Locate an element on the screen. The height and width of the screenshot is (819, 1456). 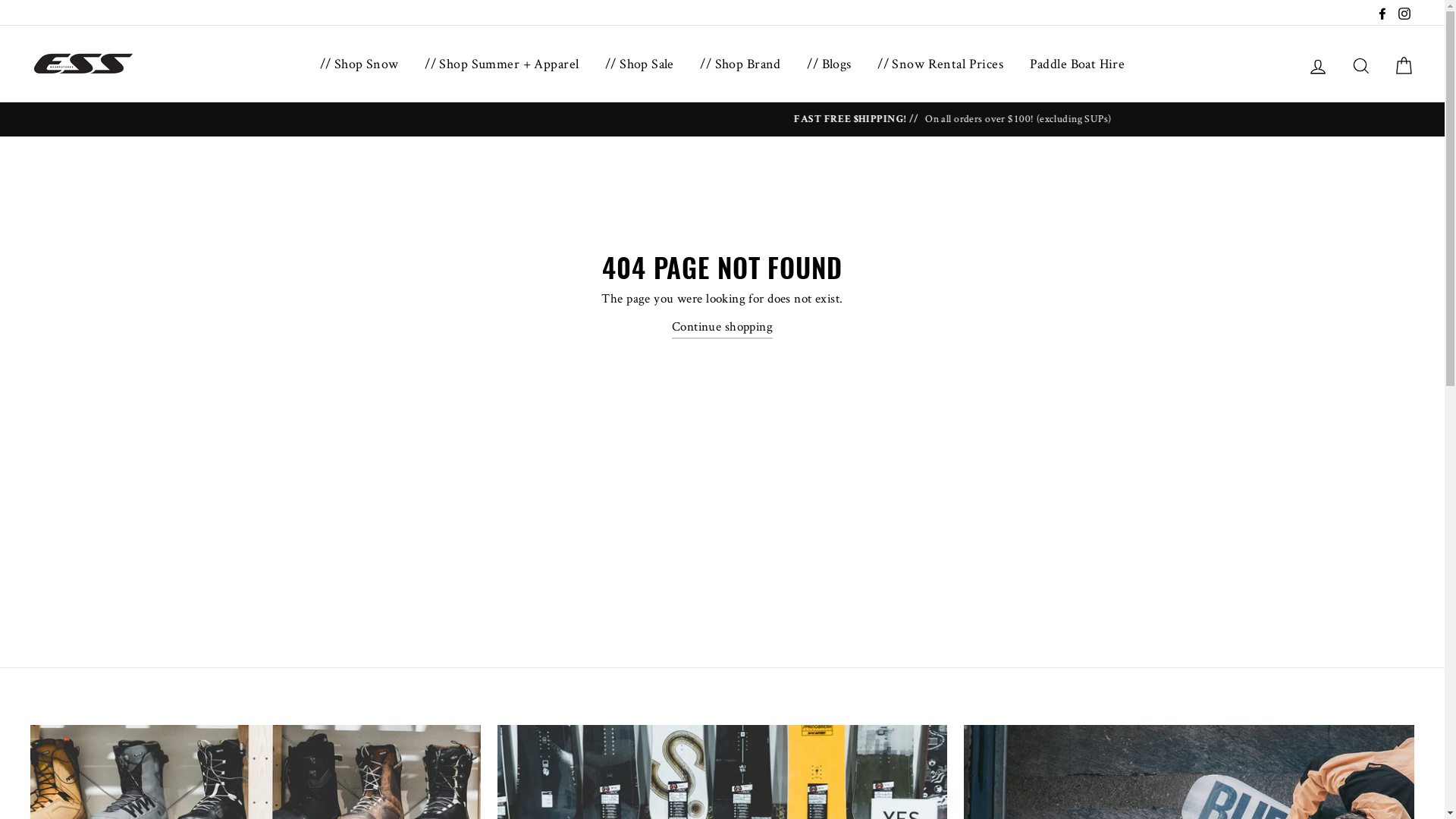
'// Shop Snow' is located at coordinates (359, 63).